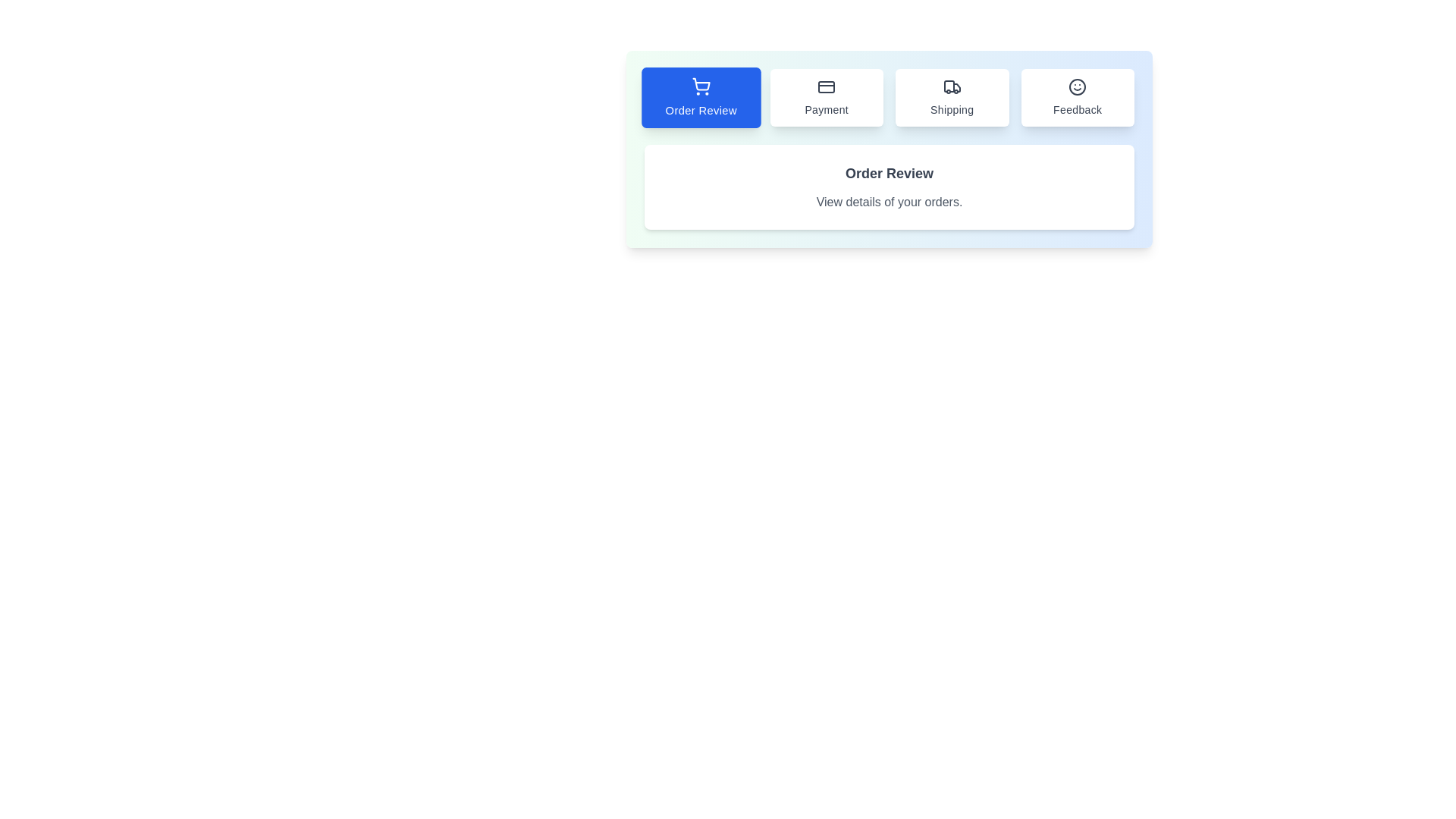 The height and width of the screenshot is (819, 1456). I want to click on the 'Payment' text label, which is part of a clickable button and centrally aligned beneath an icon, so click(826, 109).